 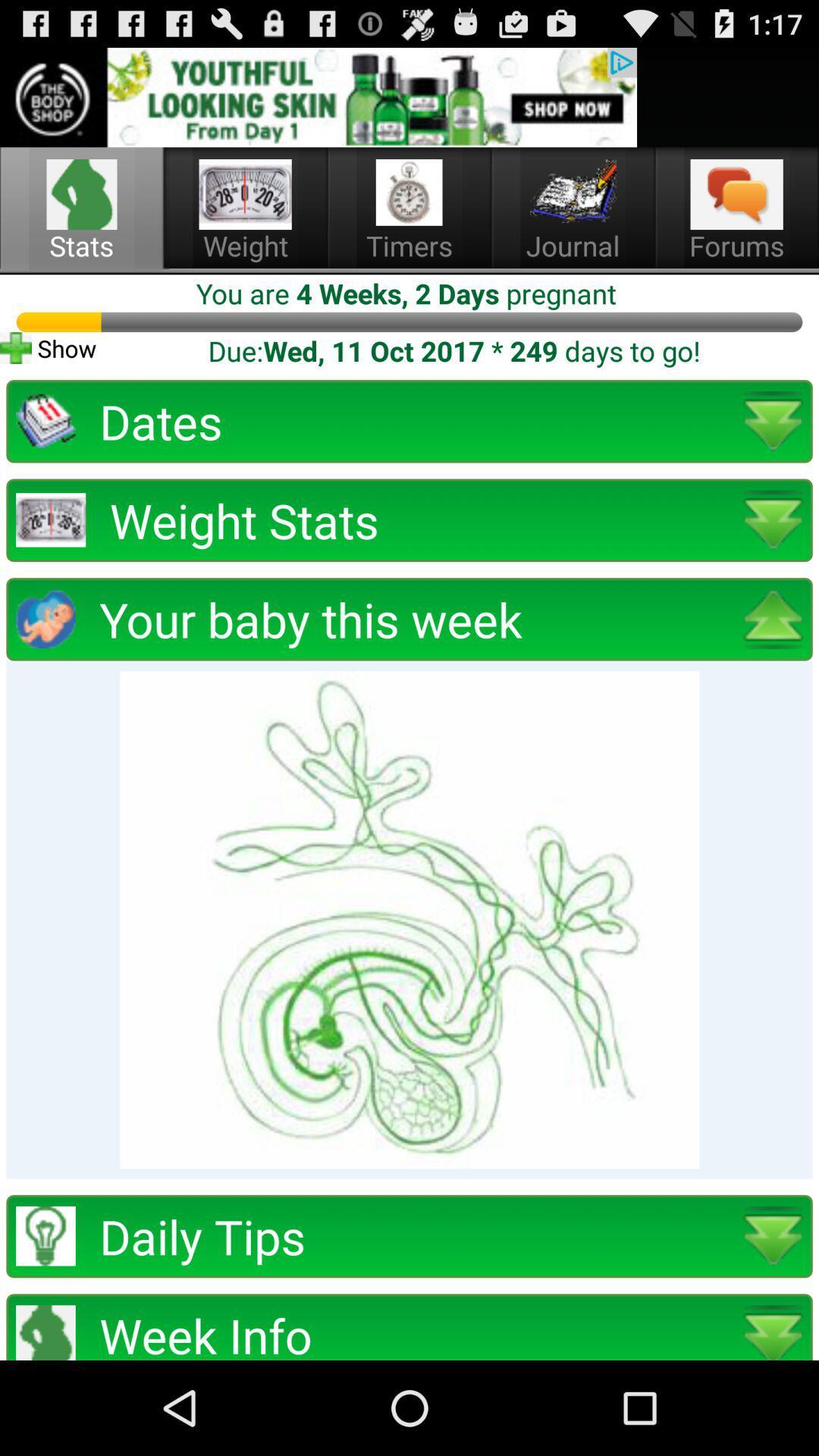 I want to click on advertisement area, so click(x=318, y=96).